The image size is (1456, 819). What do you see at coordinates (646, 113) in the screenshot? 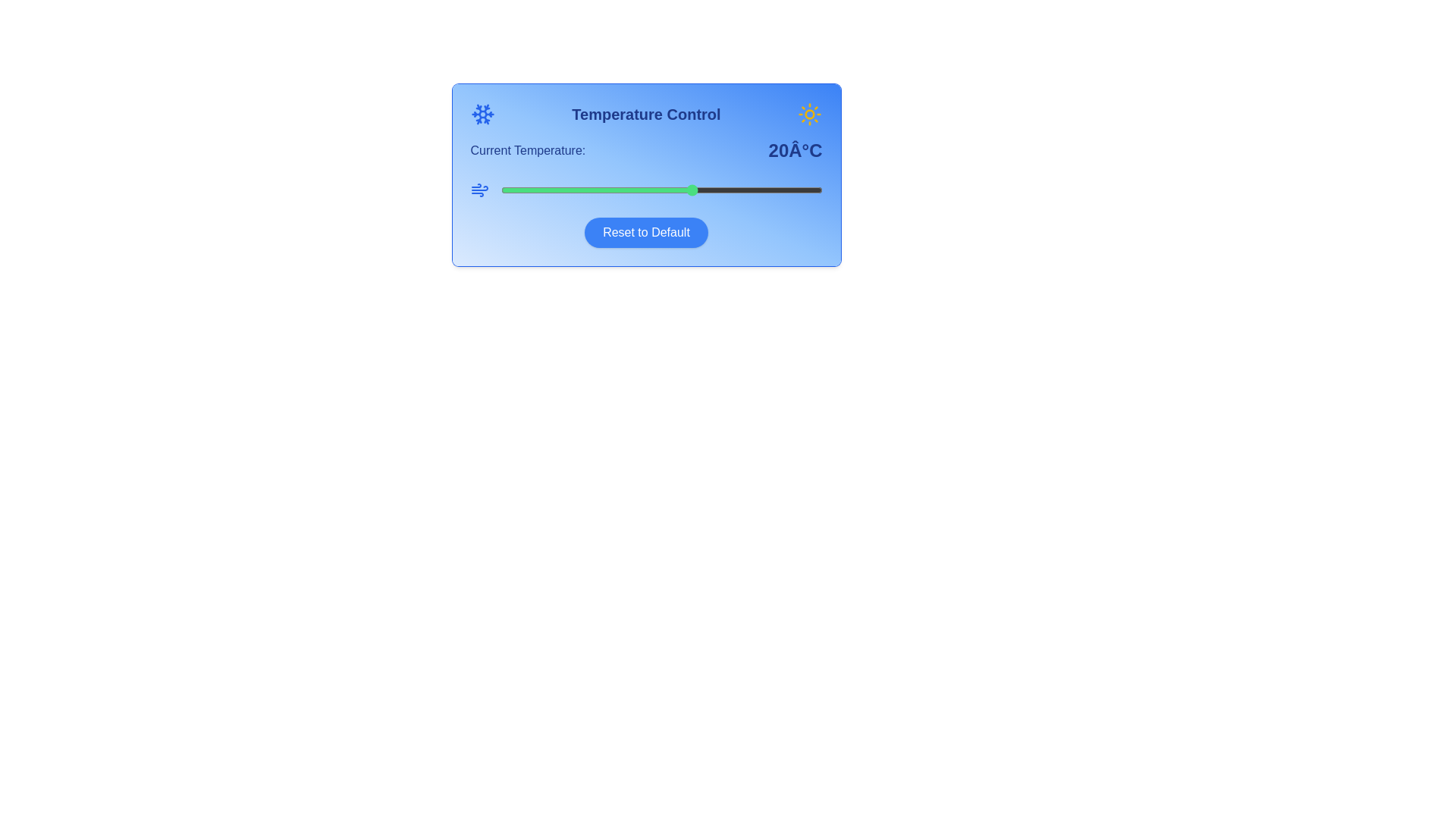
I see `the 'Temperature Control' text label, which is styled in bold, large font and is dark blue against a light blue background, located centrally between a snowflake icon and a sun icon` at bounding box center [646, 113].